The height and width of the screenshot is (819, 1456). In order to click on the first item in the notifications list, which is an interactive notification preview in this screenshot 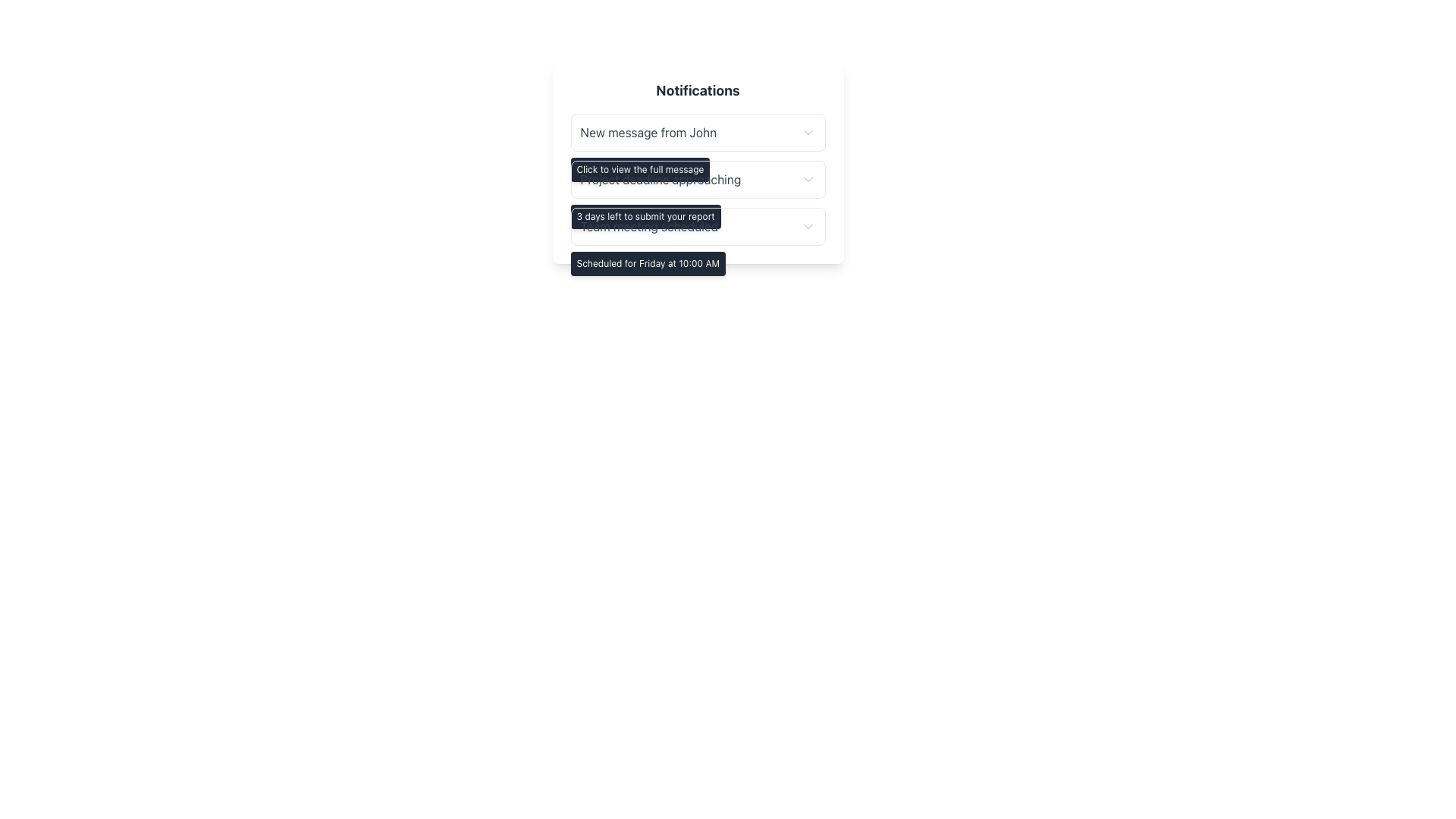, I will do `click(697, 131)`.